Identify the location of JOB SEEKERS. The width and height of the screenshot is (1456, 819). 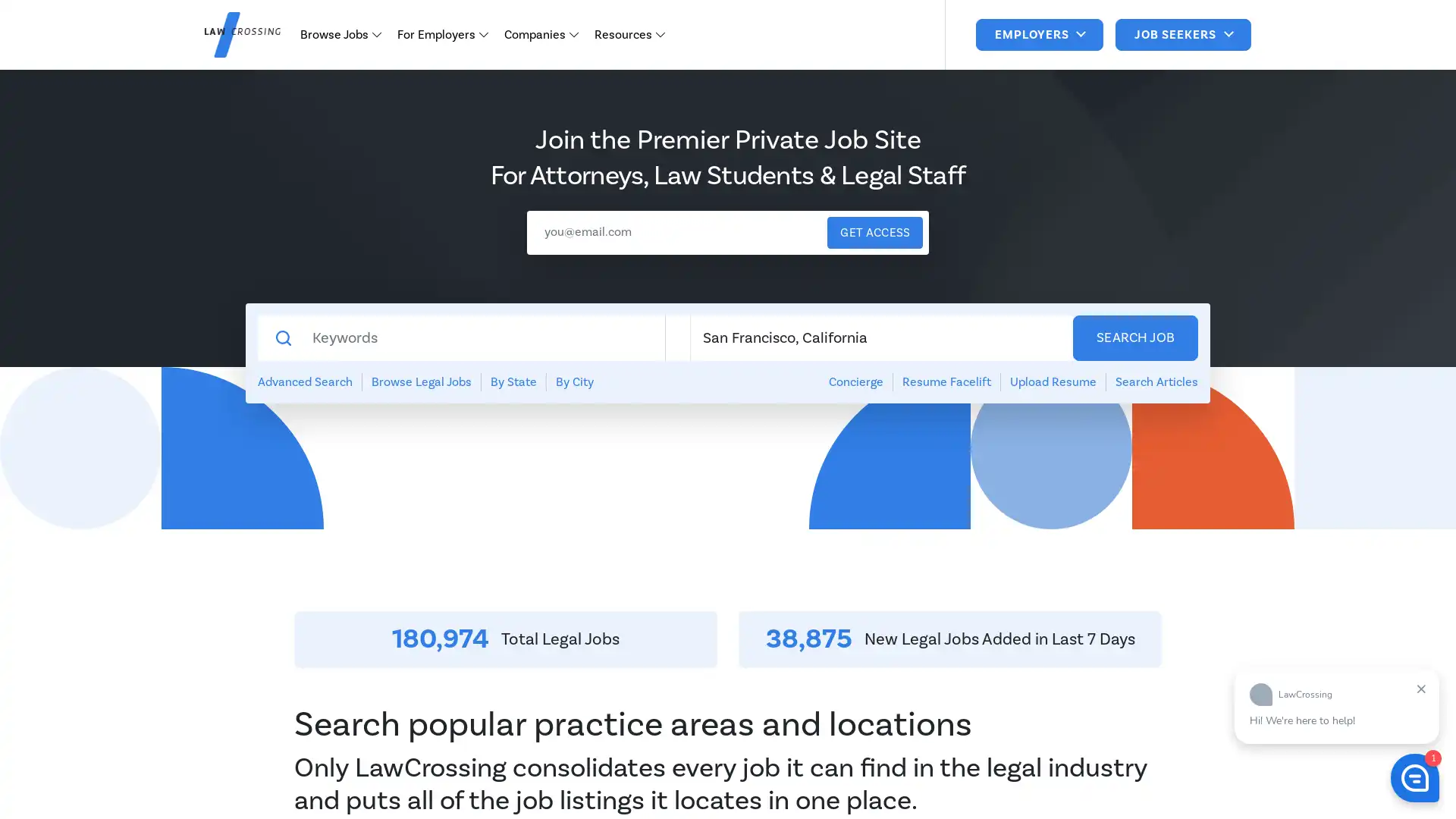
(1182, 34).